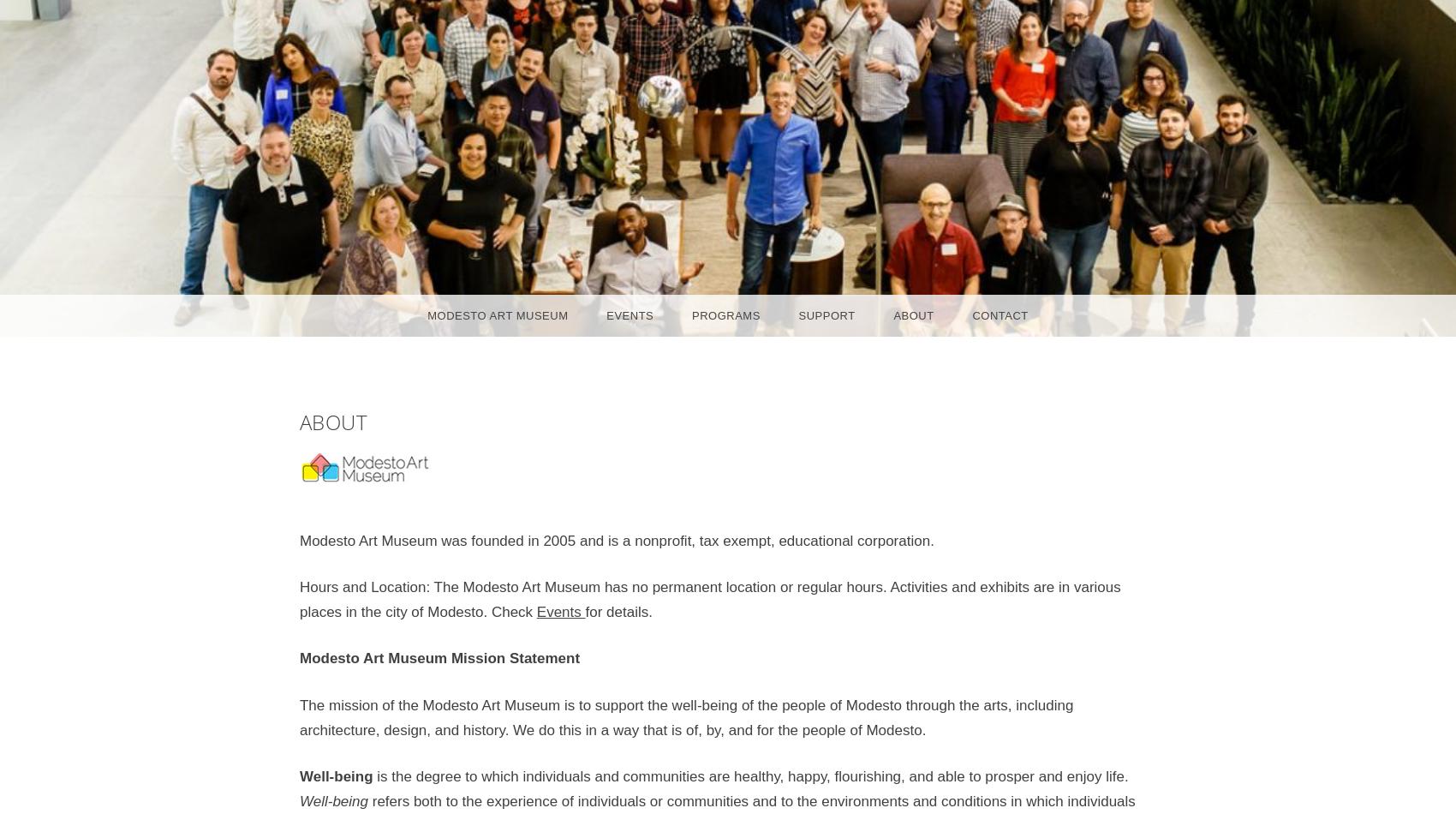 The image size is (1456, 820). I want to click on 'SUPPORT', so click(825, 315).